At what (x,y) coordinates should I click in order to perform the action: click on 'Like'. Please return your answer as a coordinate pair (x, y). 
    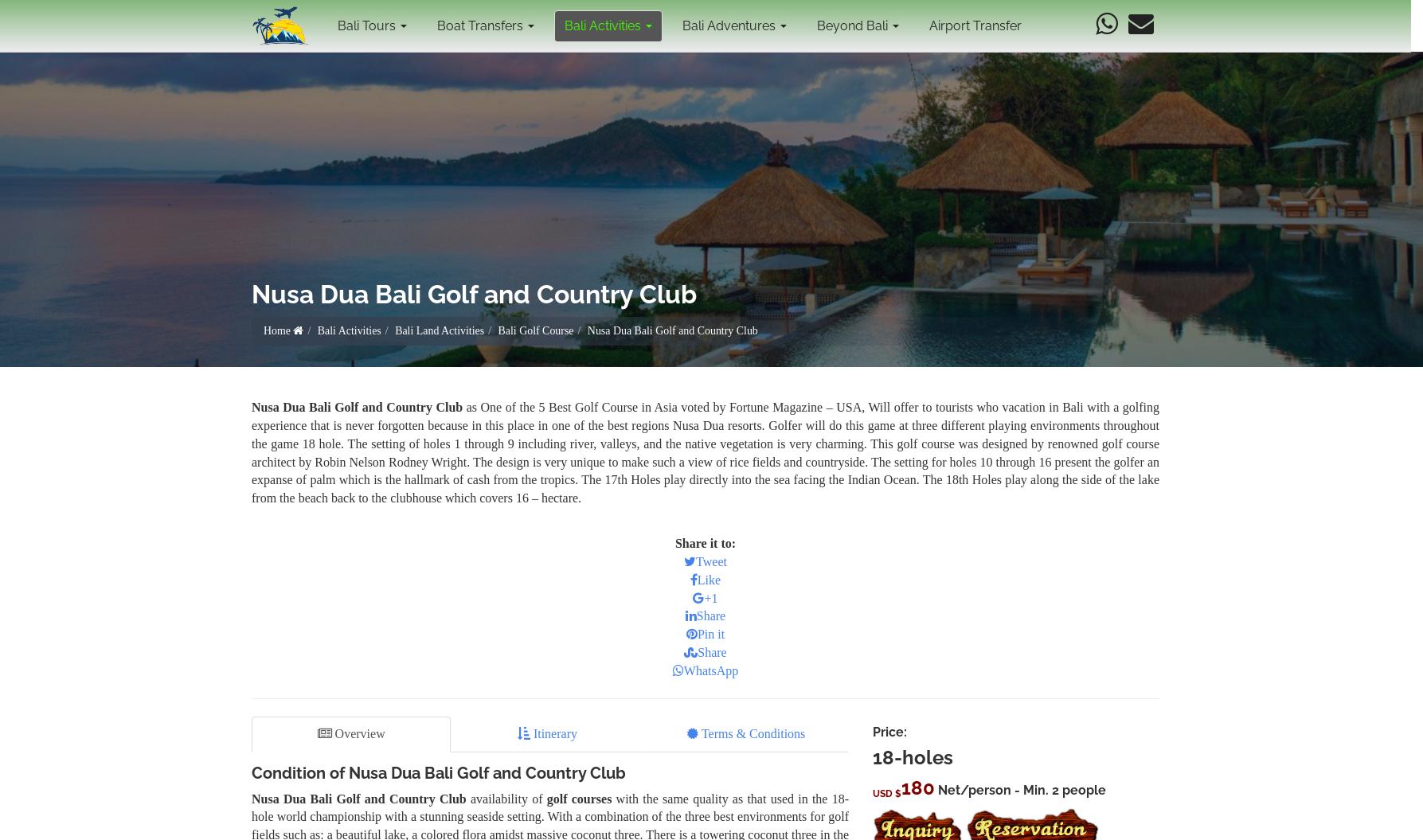
    Looking at the image, I should click on (708, 579).